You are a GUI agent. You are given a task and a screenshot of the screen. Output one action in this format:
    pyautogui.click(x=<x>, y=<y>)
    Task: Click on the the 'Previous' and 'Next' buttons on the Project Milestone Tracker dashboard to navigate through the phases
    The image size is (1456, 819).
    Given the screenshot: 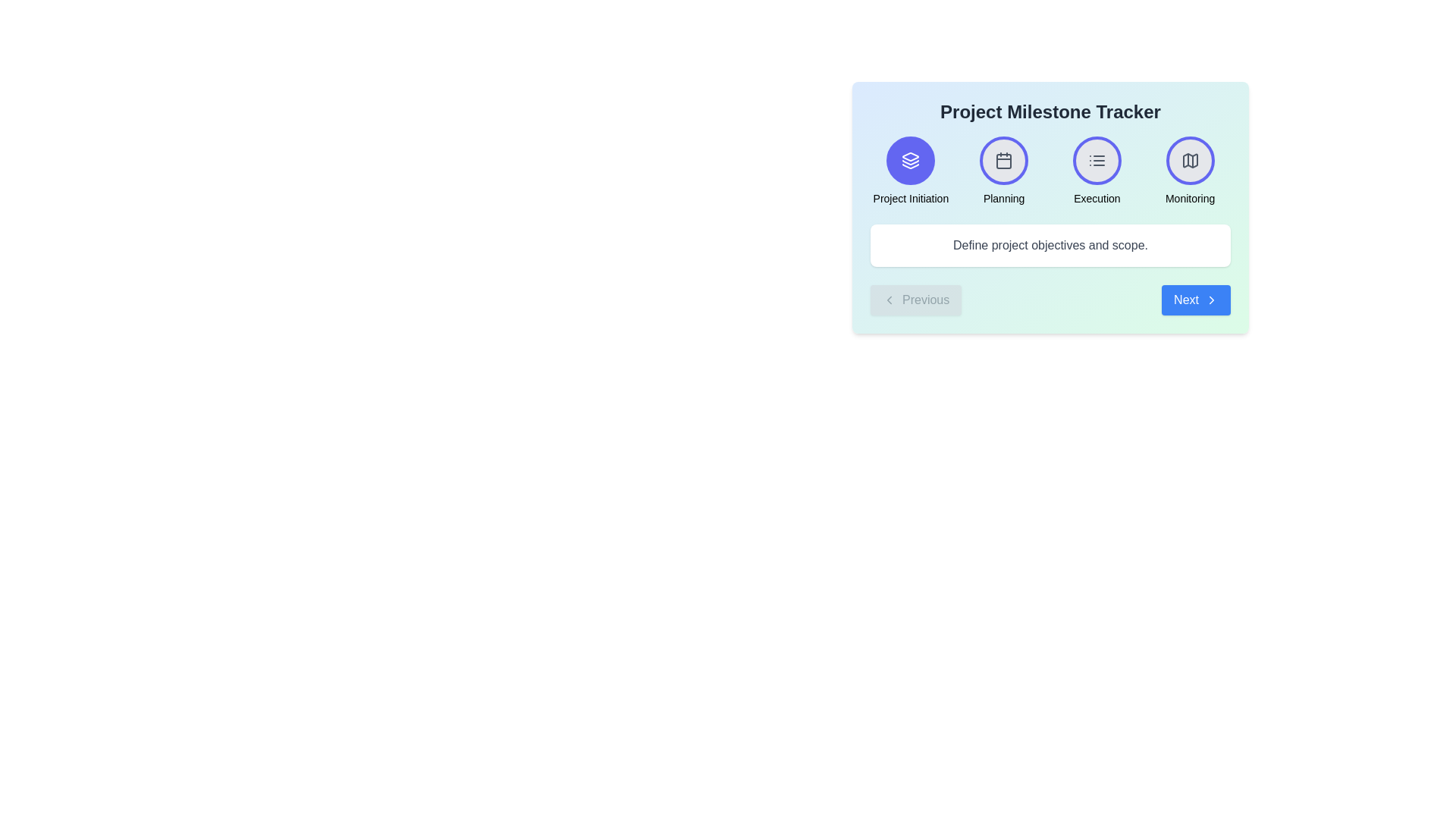 What is the action you would take?
    pyautogui.click(x=1050, y=207)
    